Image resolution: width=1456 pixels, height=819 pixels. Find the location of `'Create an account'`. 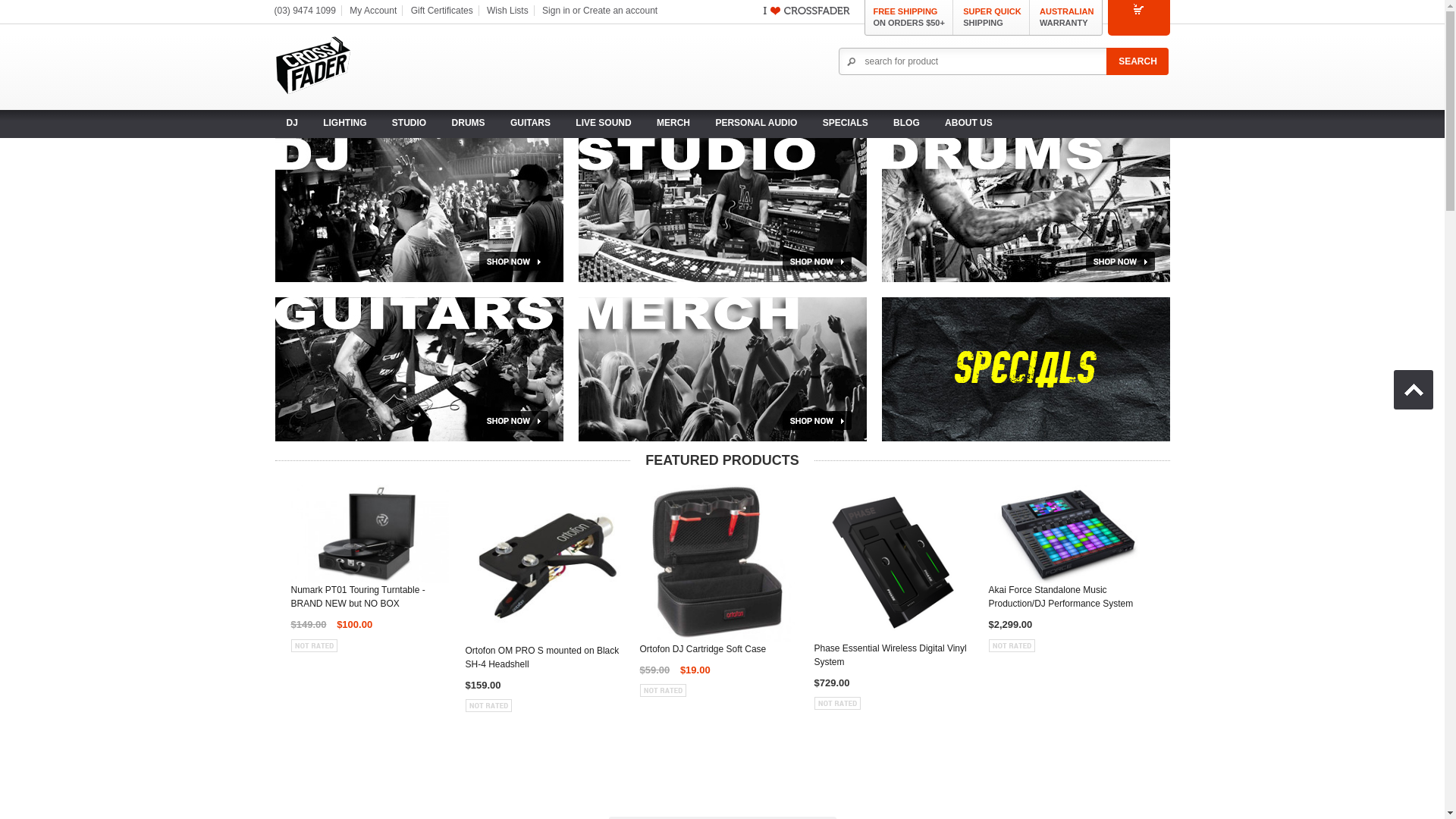

'Create an account' is located at coordinates (620, 11).